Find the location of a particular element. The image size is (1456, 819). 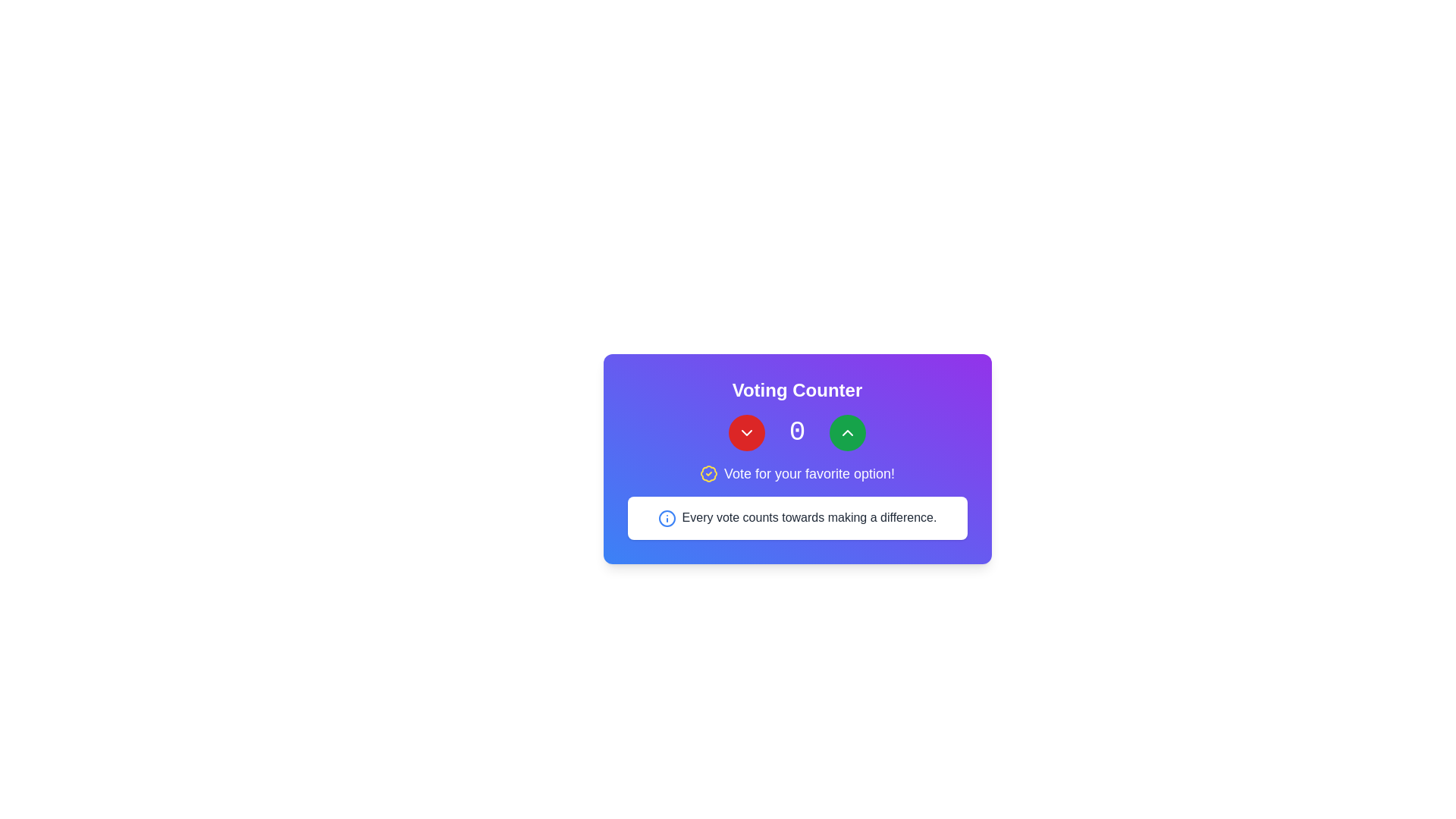

the small, circular green button with a white upward-pointing chevron icon to increase the counter is located at coordinates (847, 432).